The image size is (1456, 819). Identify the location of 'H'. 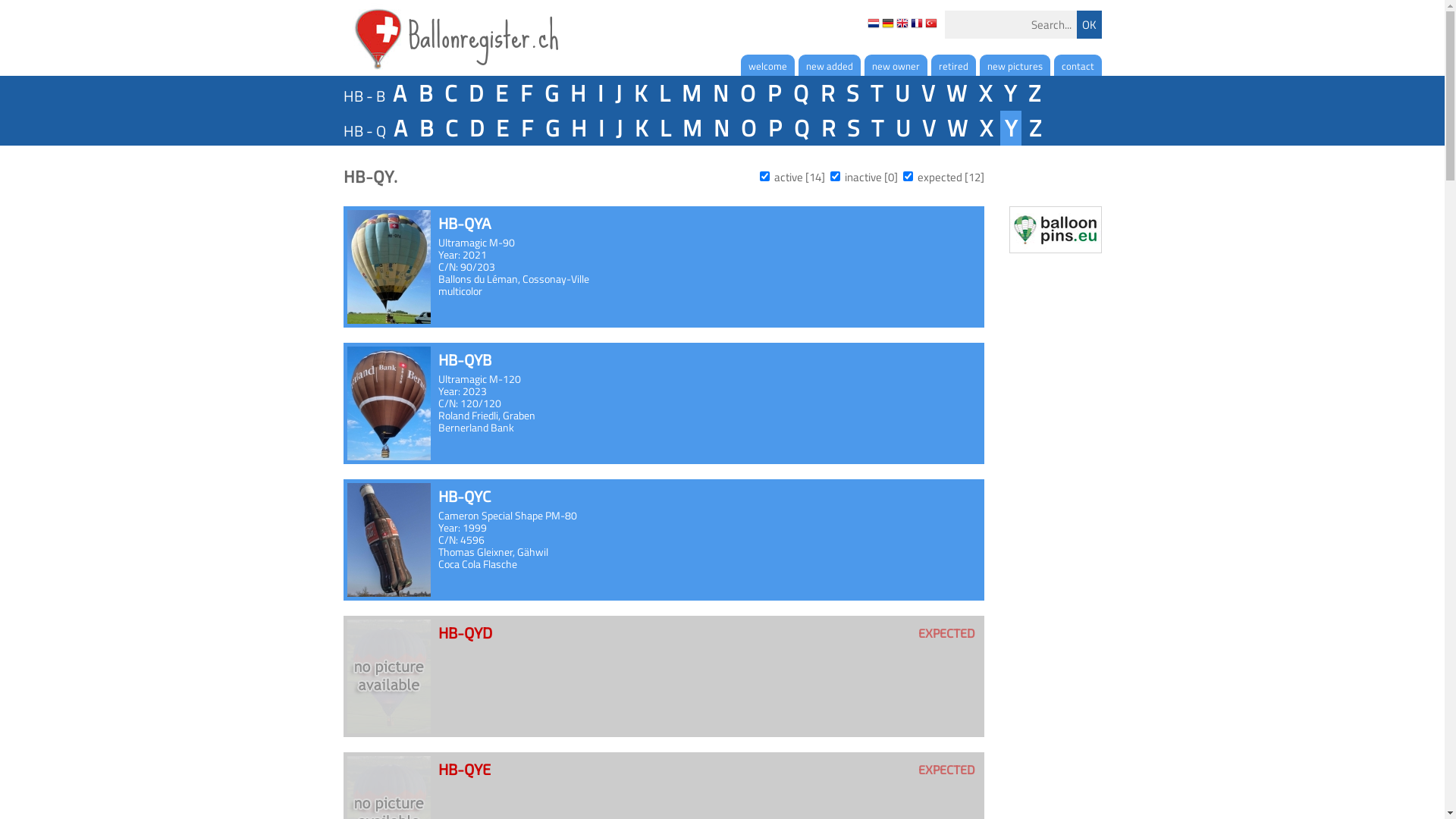
(577, 127).